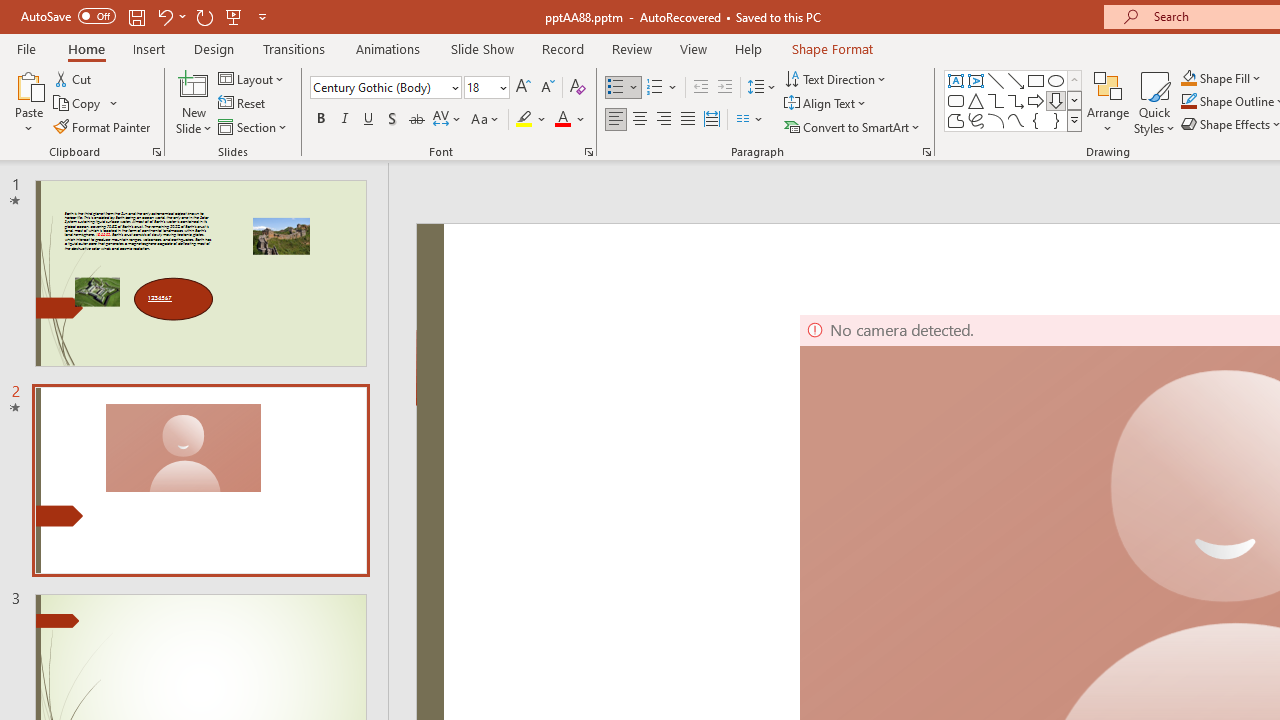 Image resolution: width=1280 pixels, height=720 pixels. Describe the element at coordinates (576, 86) in the screenshot. I see `'Clear Formatting'` at that location.